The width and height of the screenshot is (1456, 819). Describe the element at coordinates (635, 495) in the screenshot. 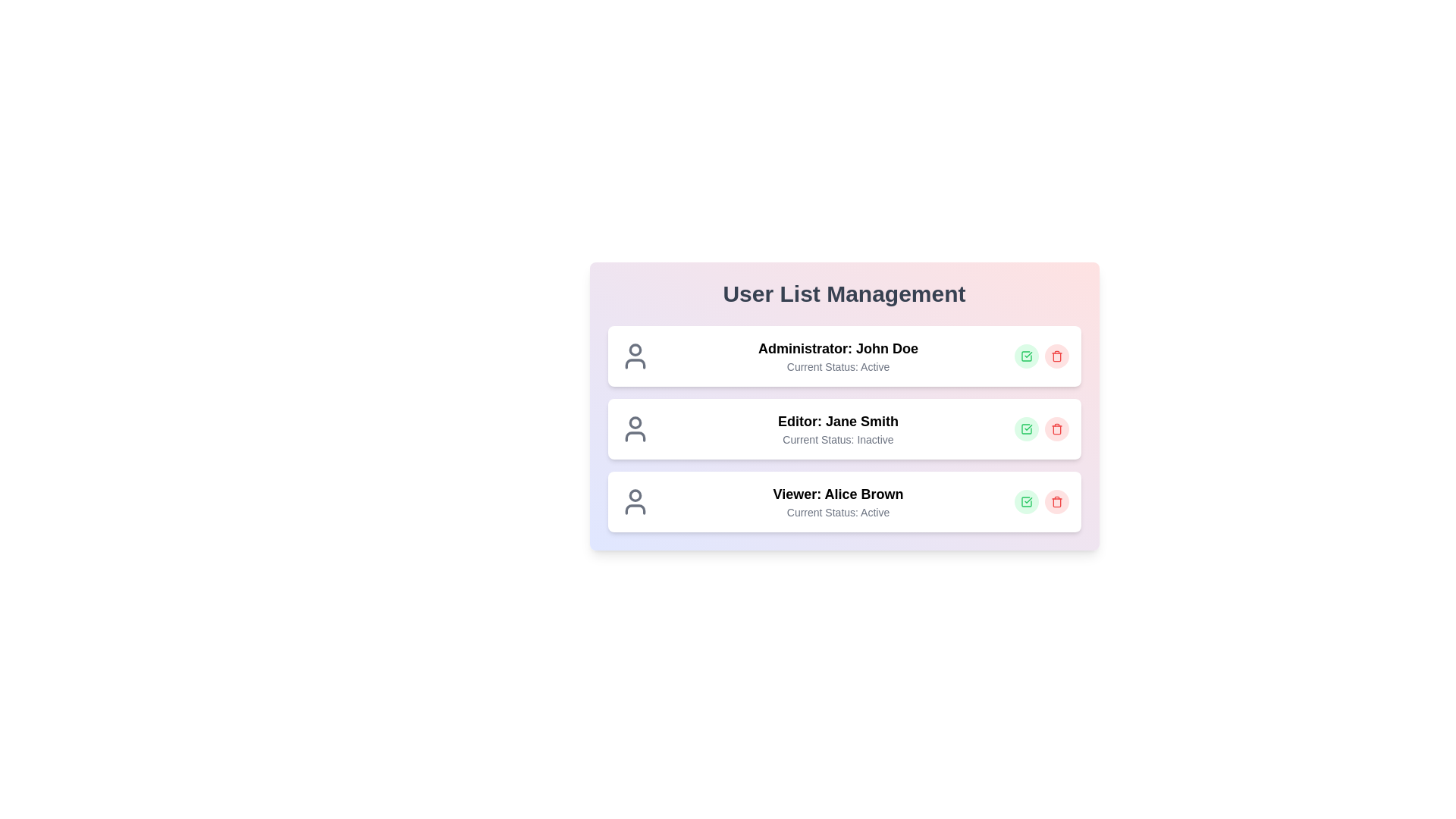

I see `the circular icon with a gray outline inside the user avatar of the last row, Viewer: Alice Brown, in the user list management card` at that location.